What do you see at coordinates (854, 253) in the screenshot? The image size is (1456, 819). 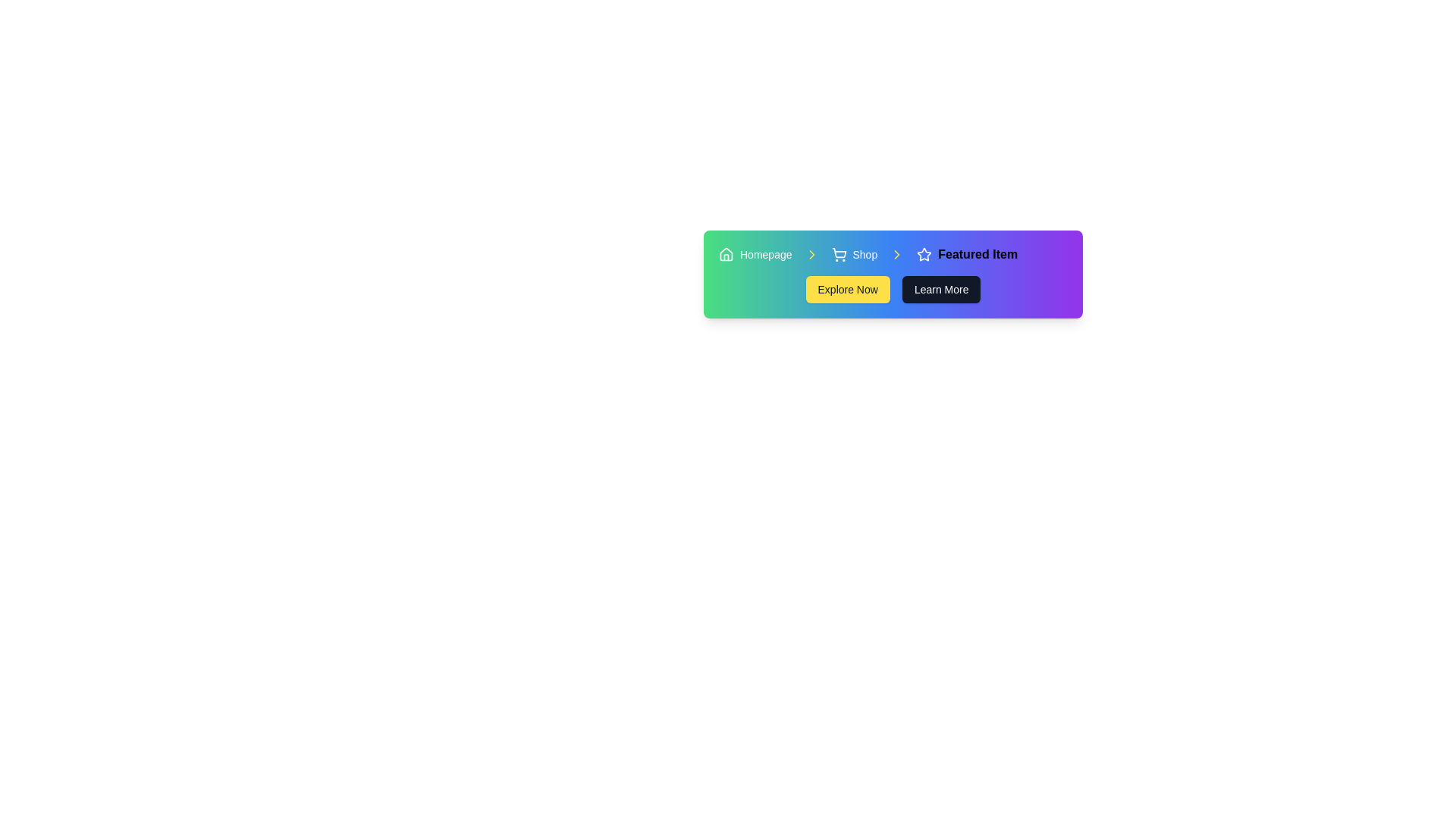 I see `the Breadcrumb Navigation Item labeled 'Shop', which features a shopping cart icon and is styled in white against a gradient background` at bounding box center [854, 253].